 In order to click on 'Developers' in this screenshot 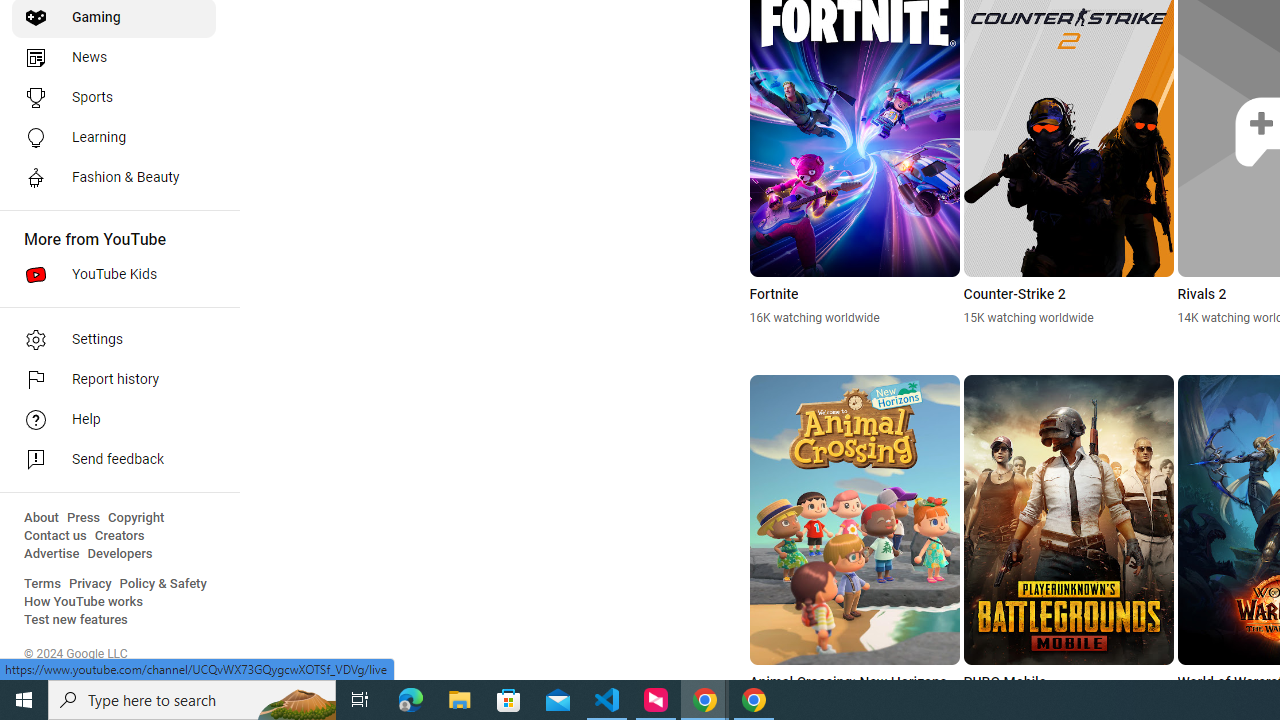, I will do `click(119, 554)`.